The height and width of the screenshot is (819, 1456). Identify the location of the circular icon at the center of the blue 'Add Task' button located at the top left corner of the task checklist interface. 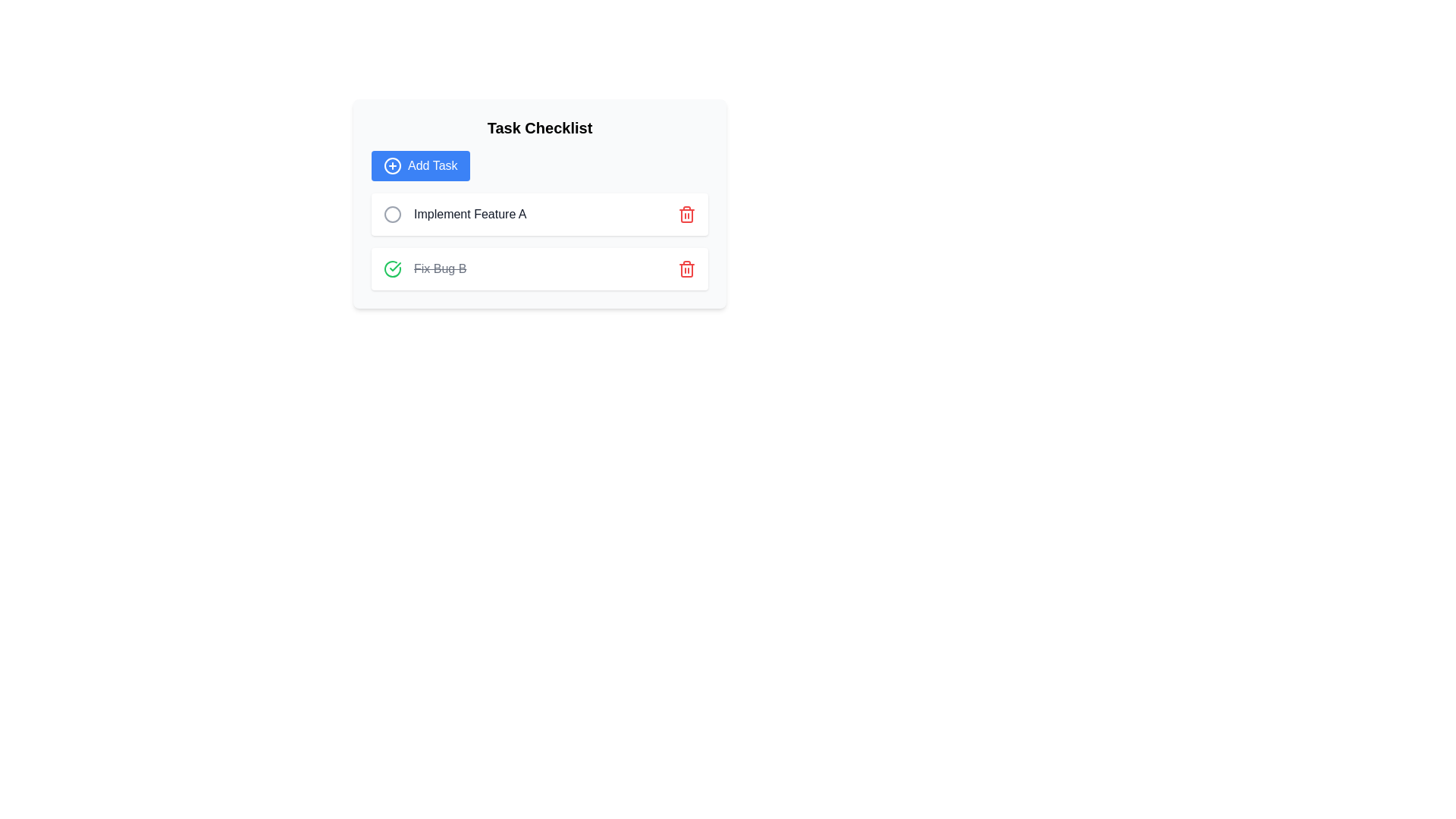
(393, 166).